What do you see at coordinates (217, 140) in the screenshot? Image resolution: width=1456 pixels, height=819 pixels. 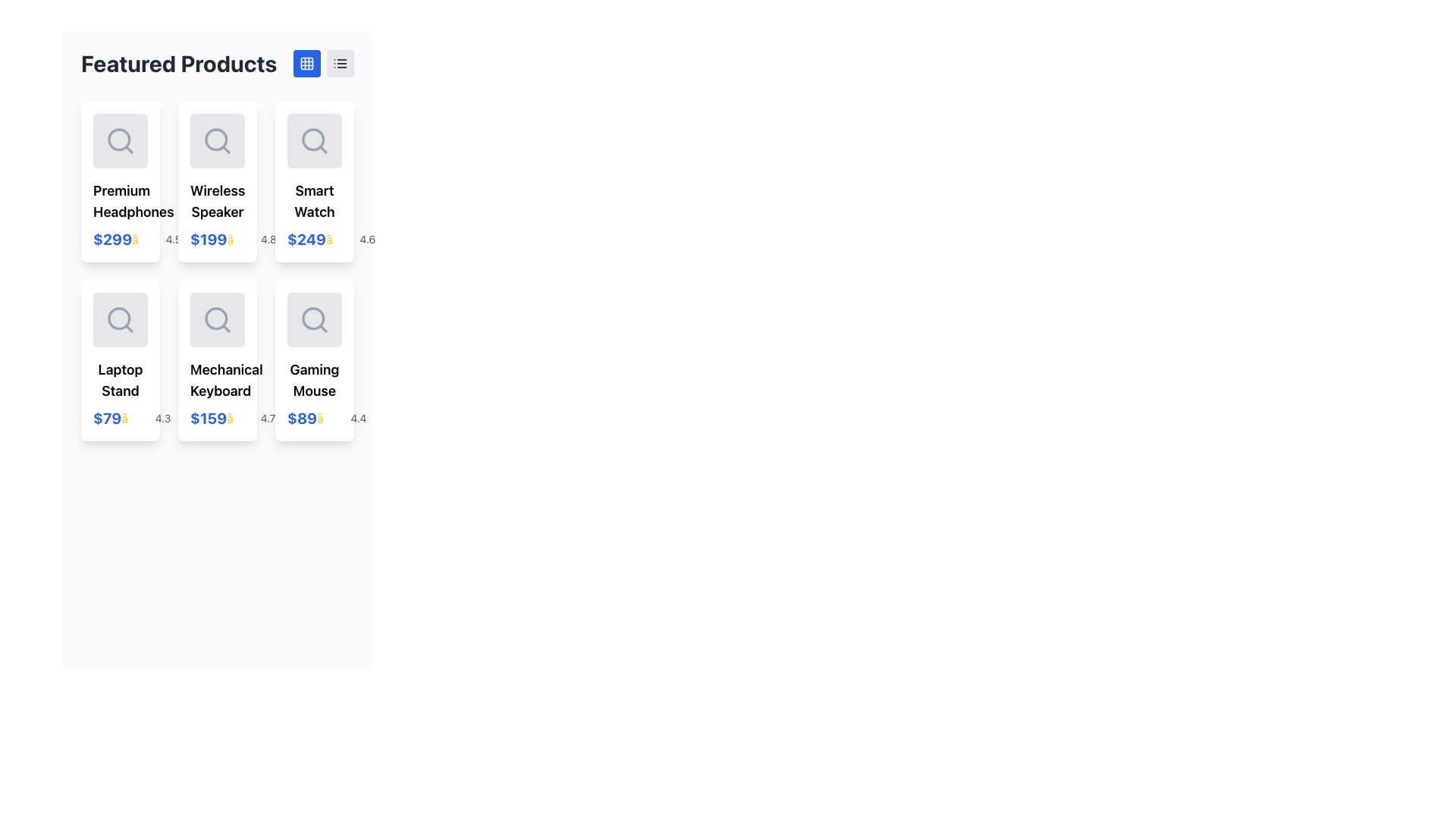 I see `the center of the search icon located in the second product card of the top row` at bounding box center [217, 140].